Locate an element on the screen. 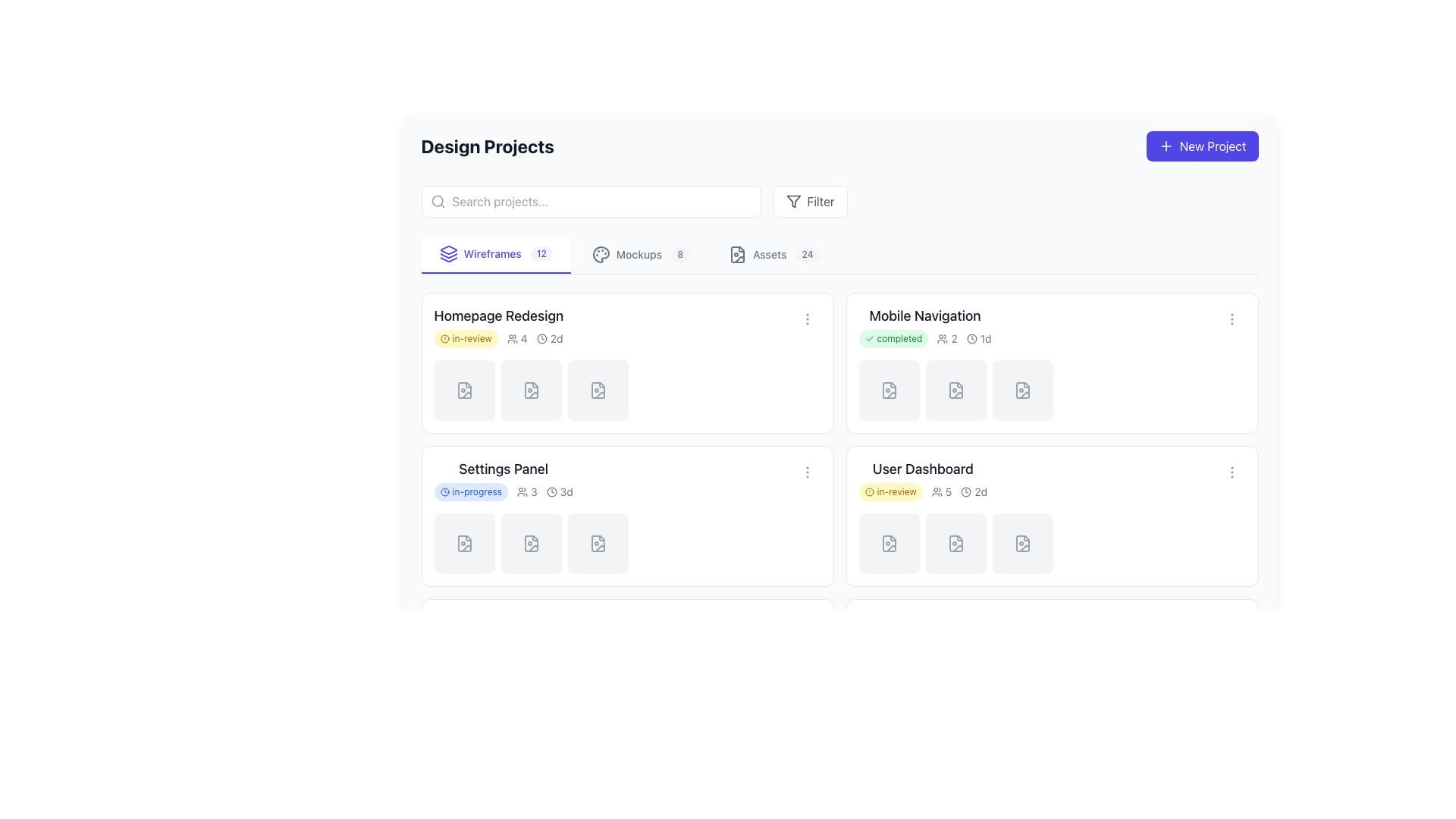  number indicator for the 'Wireframes', 'Mockups', and 'Assets' categories in the Tab navigation bar located at the top center of the design projects section is located at coordinates (839, 253).